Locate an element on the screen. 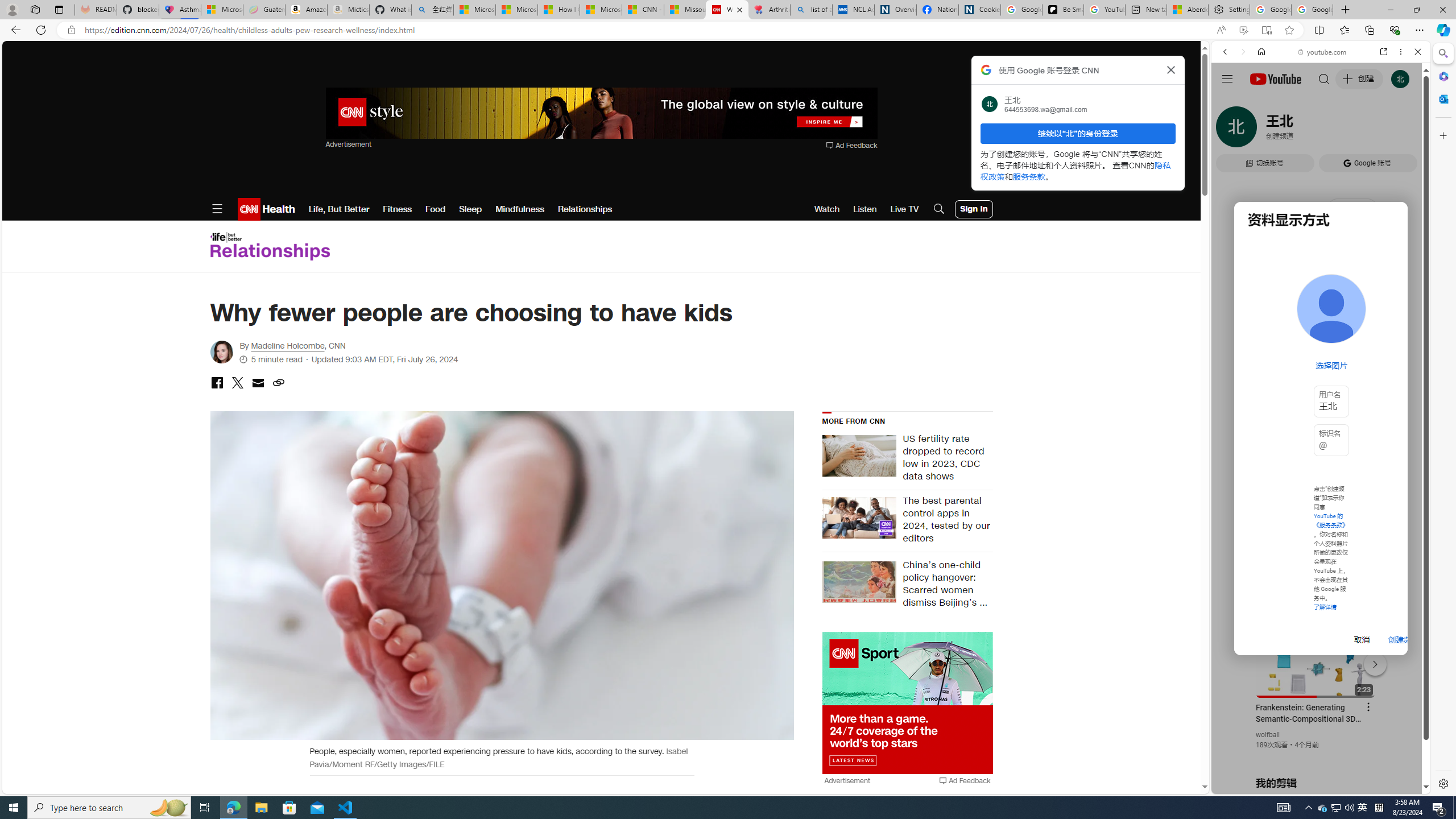 This screenshot has height=819, width=1456. 'Live TV' is located at coordinates (904, 209).